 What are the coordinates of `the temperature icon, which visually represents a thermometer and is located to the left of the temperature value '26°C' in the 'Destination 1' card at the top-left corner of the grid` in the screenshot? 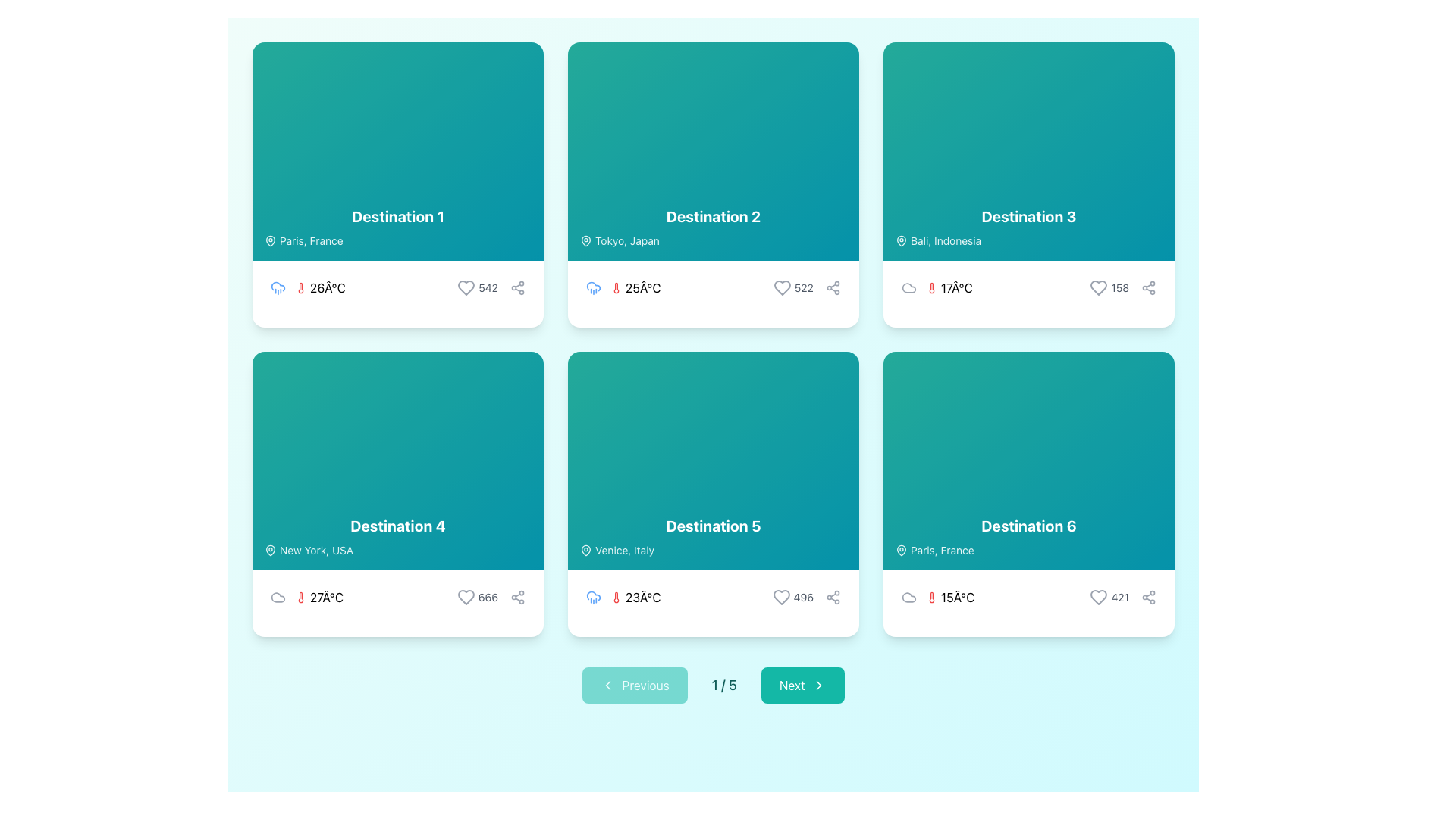 It's located at (301, 288).